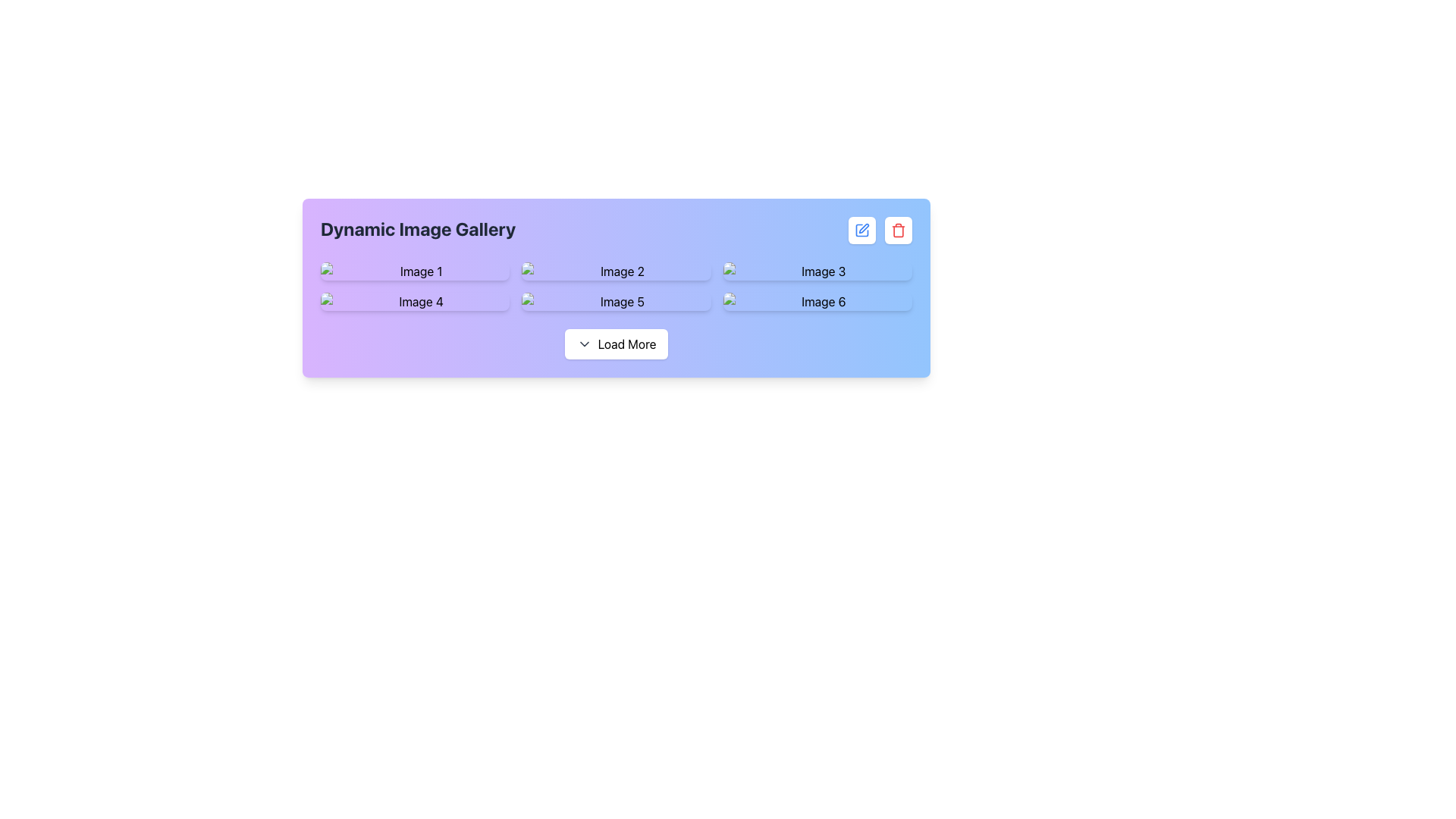 The image size is (1456, 819). Describe the element at coordinates (862, 231) in the screenshot. I see `the square interactive button with a blue pen icon located in the top-right section of the card` at that location.